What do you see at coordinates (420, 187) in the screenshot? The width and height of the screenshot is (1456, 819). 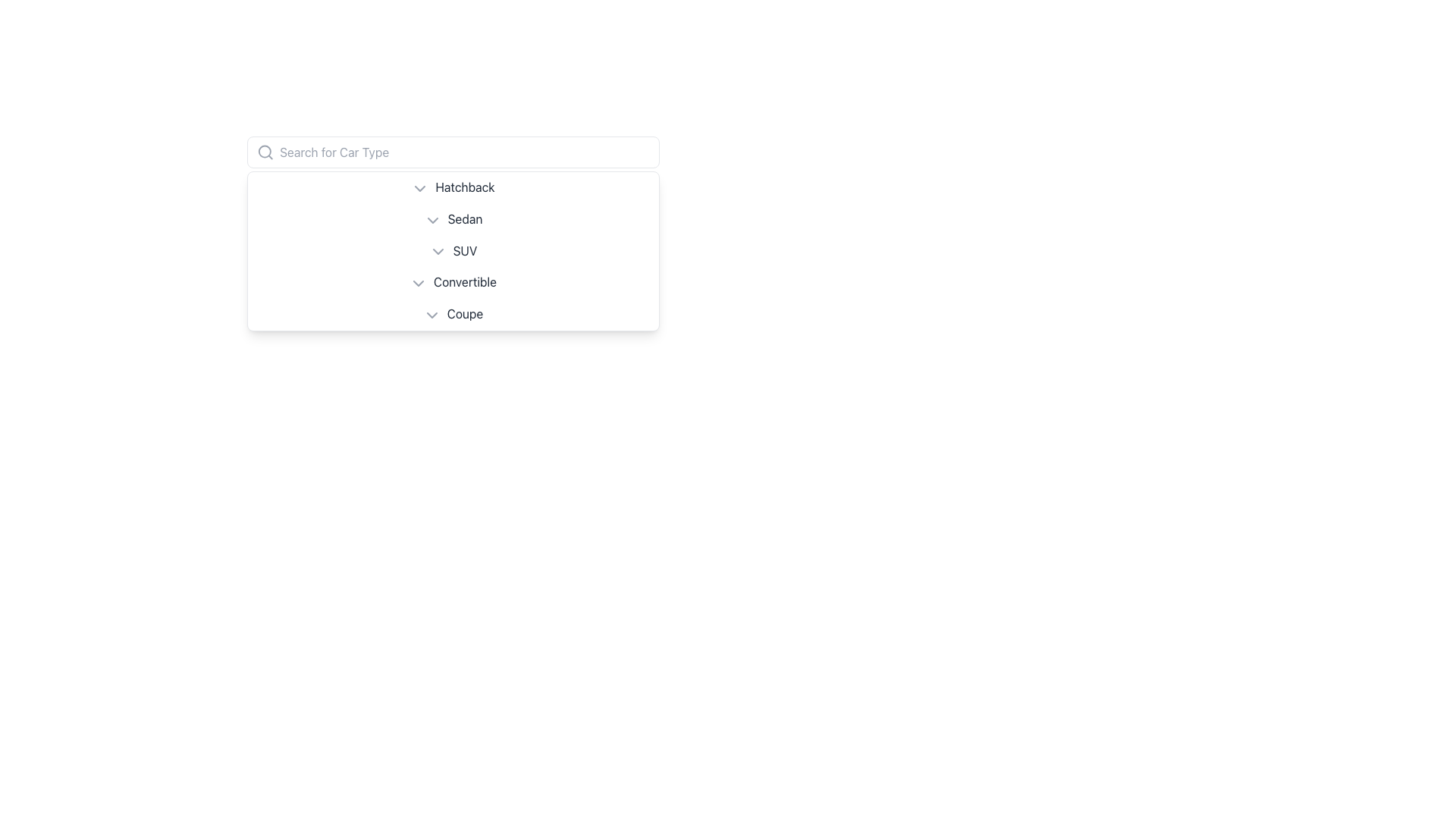 I see `the downward-facing chevron icon located to the left of the 'Hatchback' label in the first item of the dropdown menu` at bounding box center [420, 187].